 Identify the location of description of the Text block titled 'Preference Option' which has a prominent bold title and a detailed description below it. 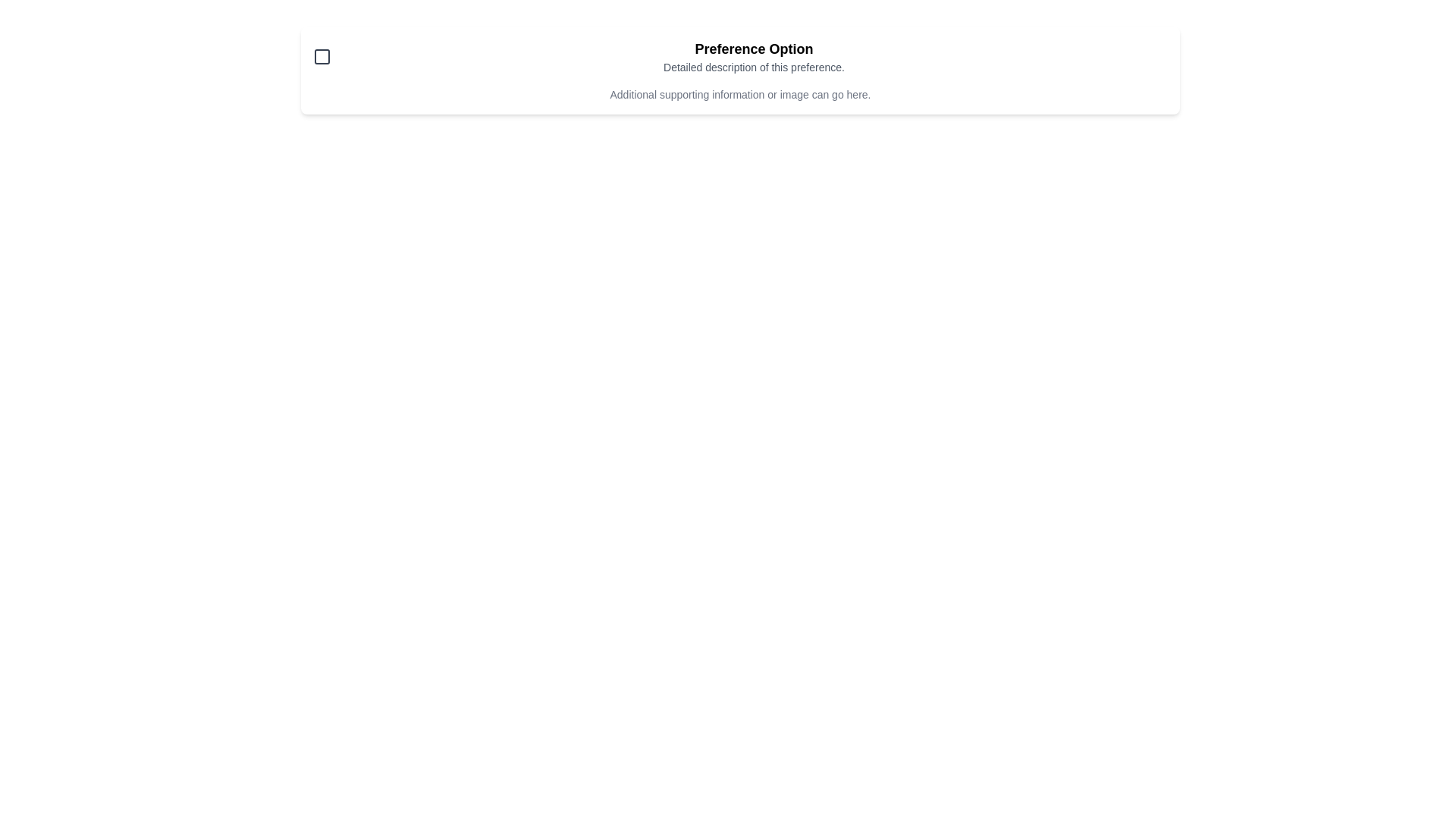
(754, 55).